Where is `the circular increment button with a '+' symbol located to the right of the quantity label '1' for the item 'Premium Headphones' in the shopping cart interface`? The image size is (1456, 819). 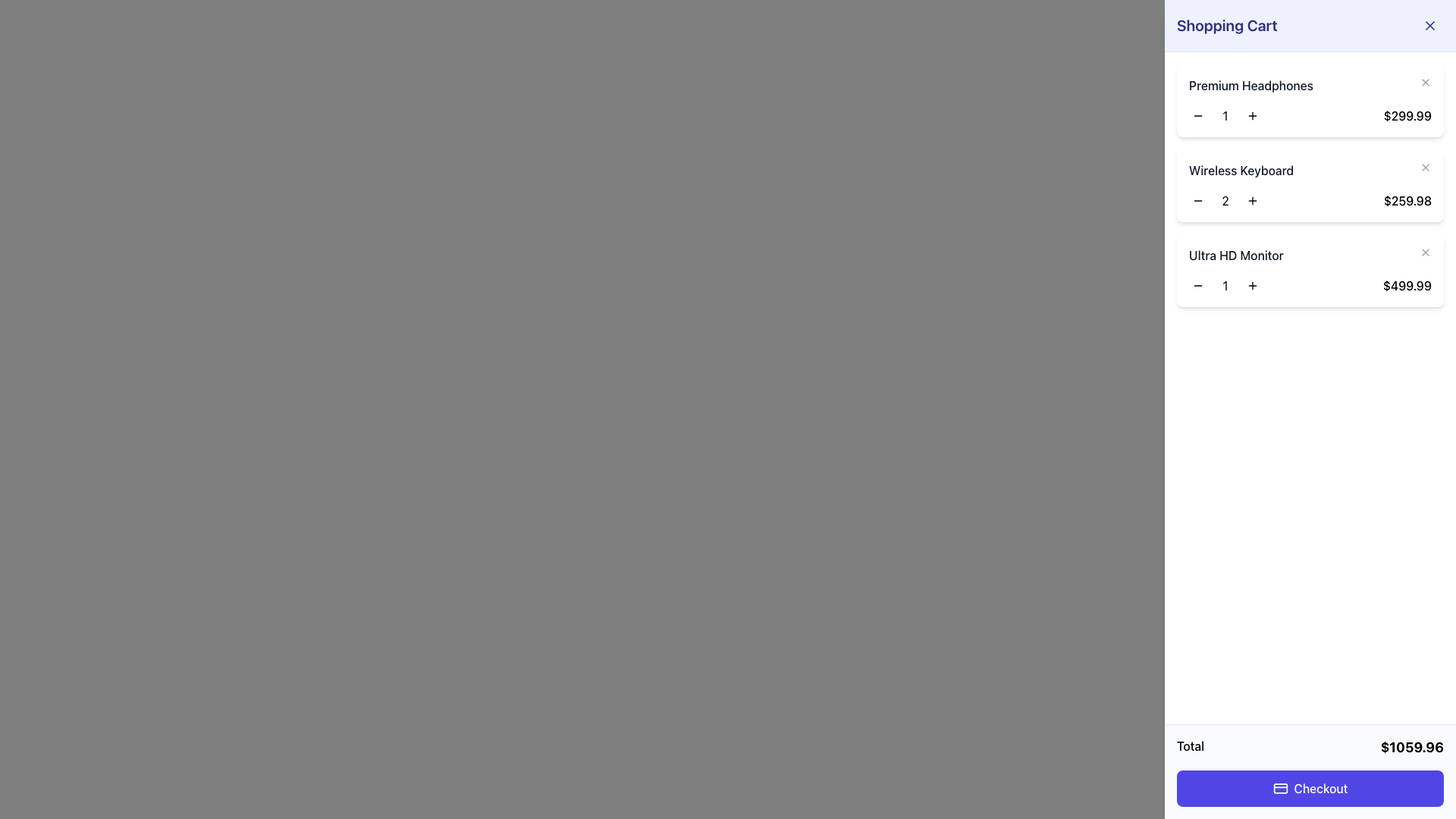
the circular increment button with a '+' symbol located to the right of the quantity label '1' for the item 'Premium Headphones' in the shopping cart interface is located at coordinates (1252, 115).